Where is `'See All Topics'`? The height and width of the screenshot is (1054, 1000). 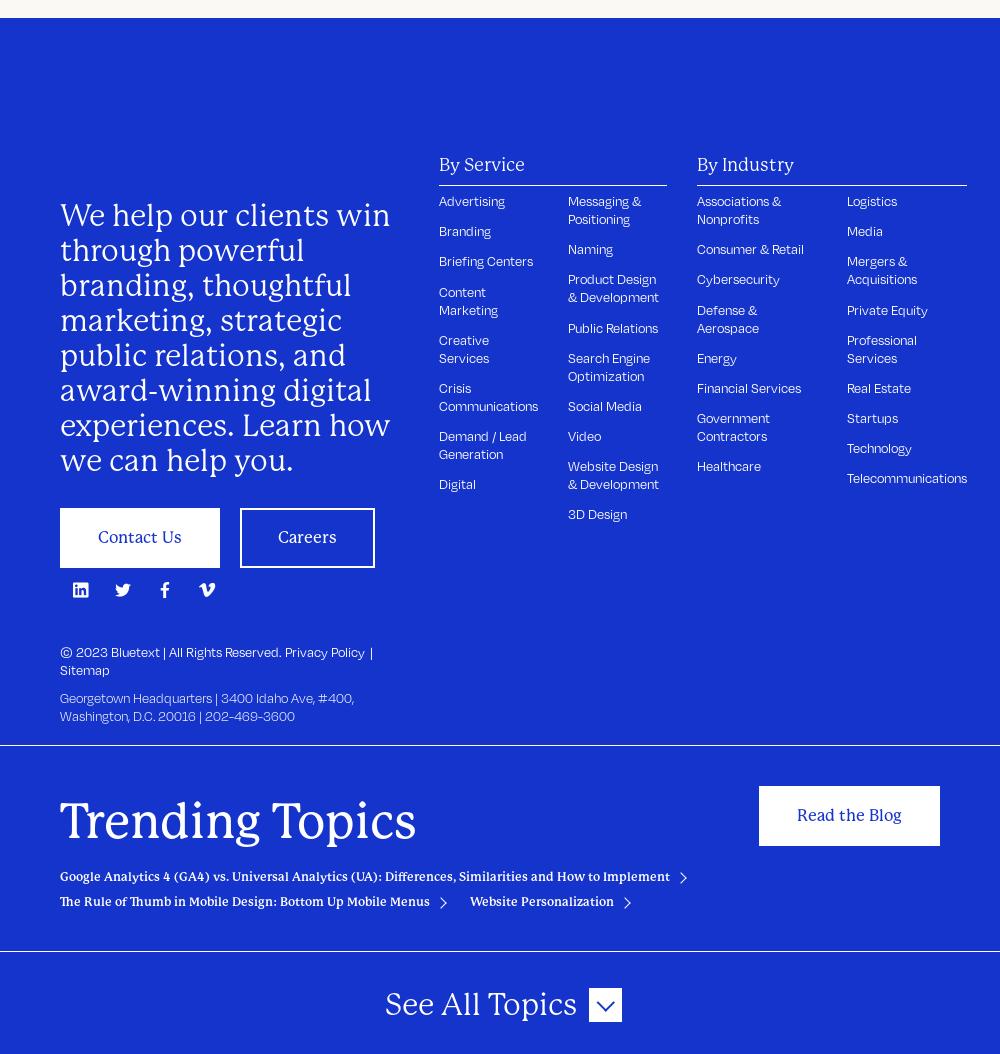 'See All Topics' is located at coordinates (384, 1003).